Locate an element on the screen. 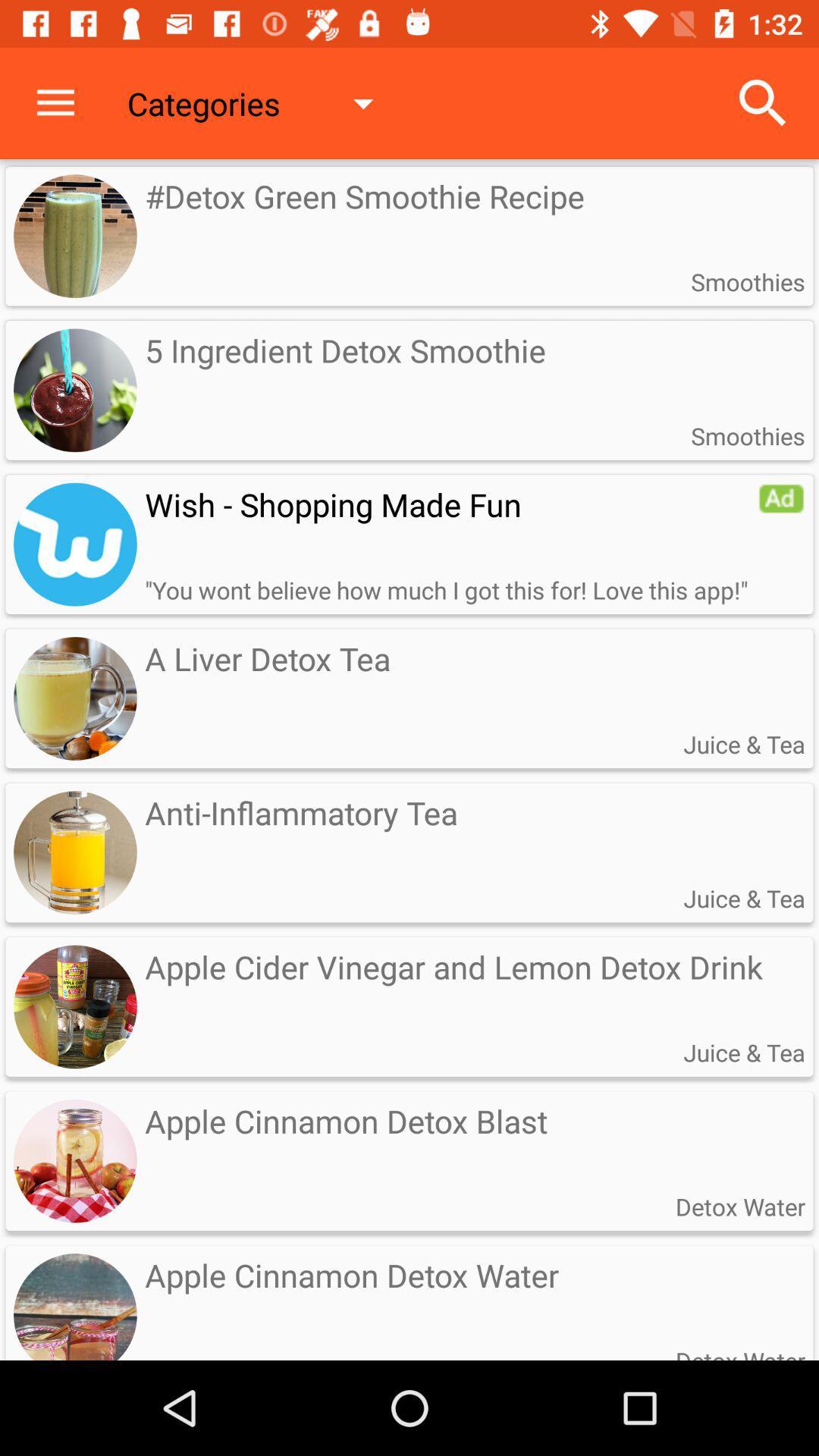  the item above the smoothies icon is located at coordinates (763, 102).